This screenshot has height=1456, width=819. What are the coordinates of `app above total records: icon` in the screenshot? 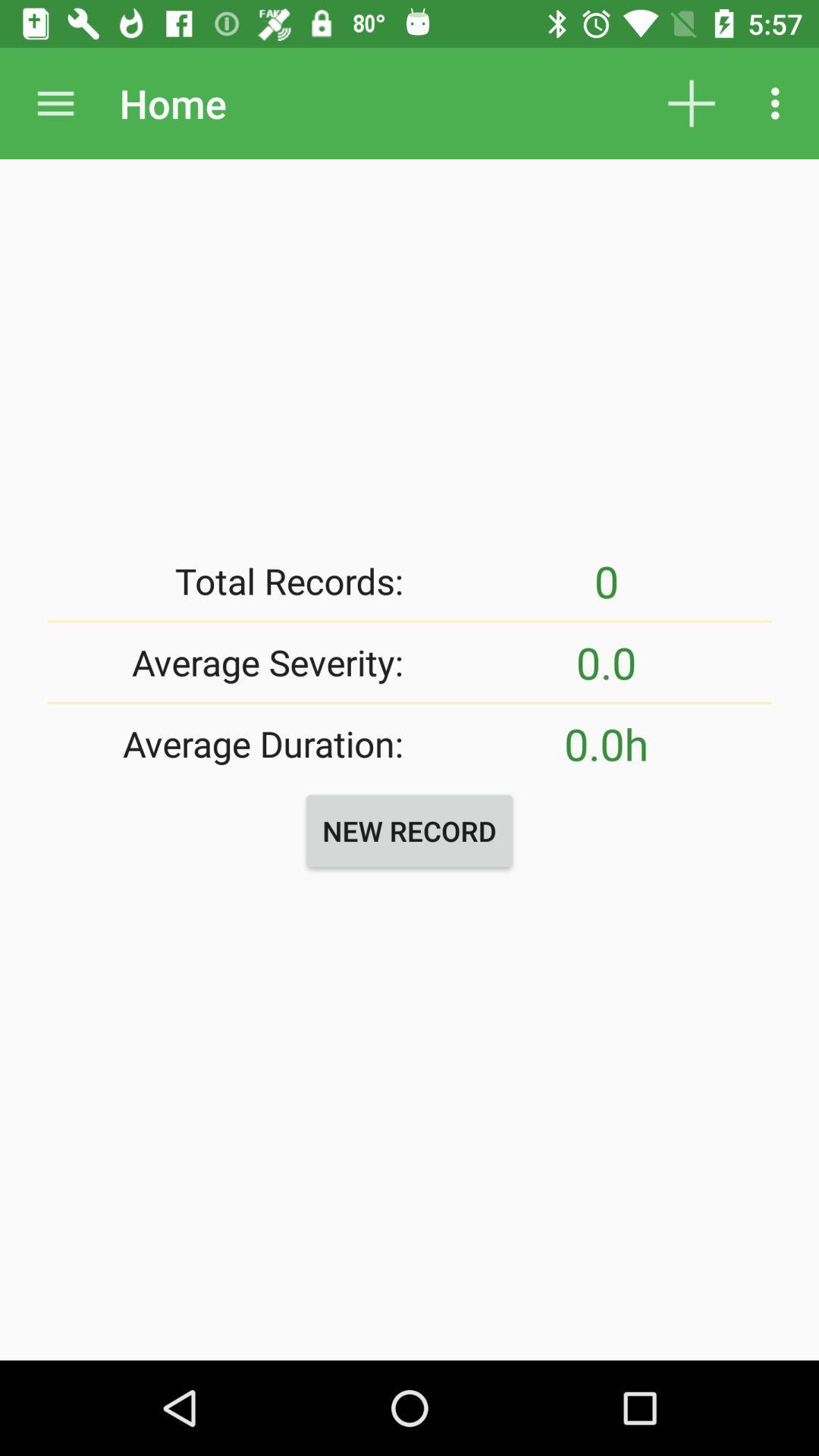 It's located at (55, 102).